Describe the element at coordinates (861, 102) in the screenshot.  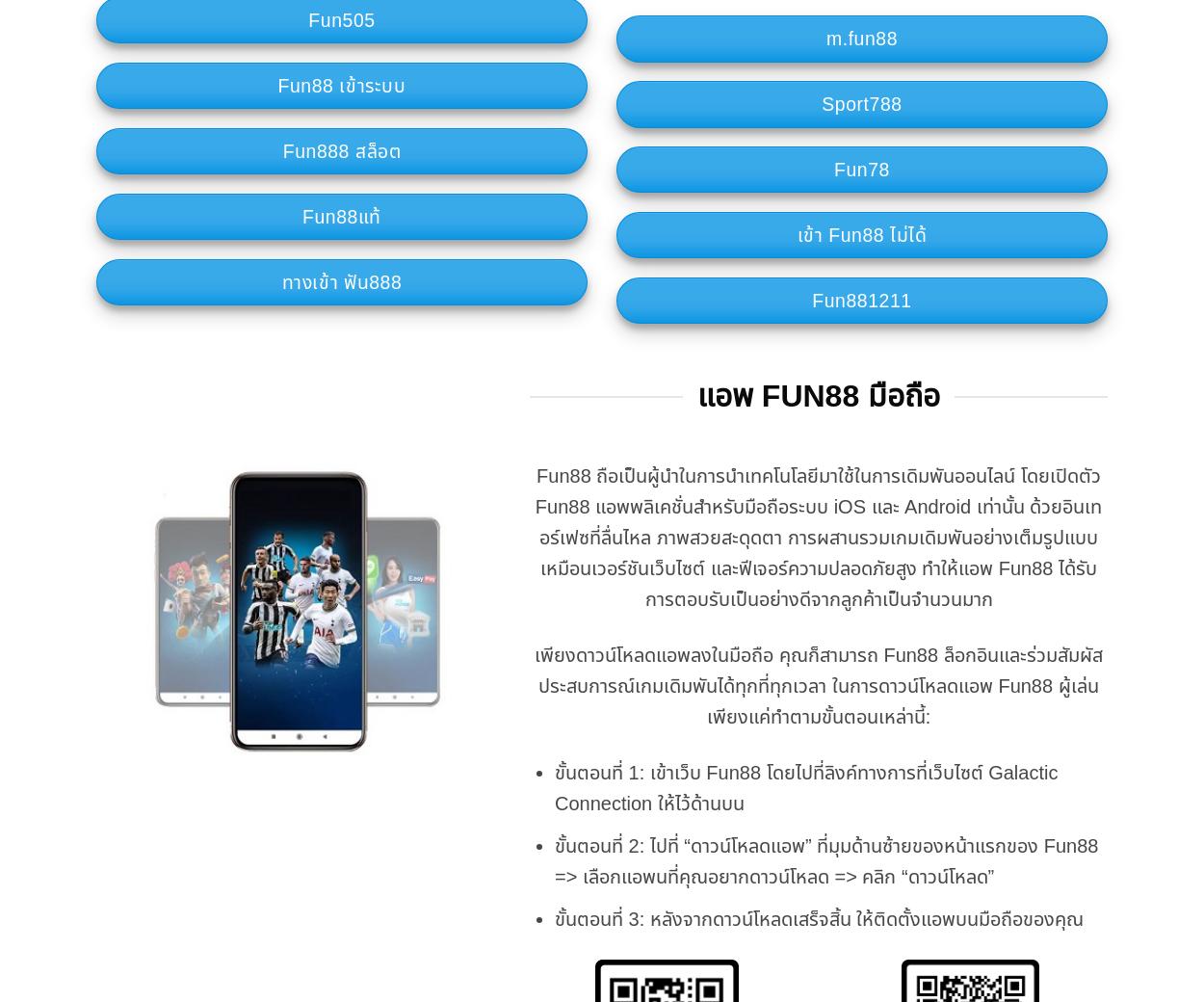
I see `'Sport788'` at that location.